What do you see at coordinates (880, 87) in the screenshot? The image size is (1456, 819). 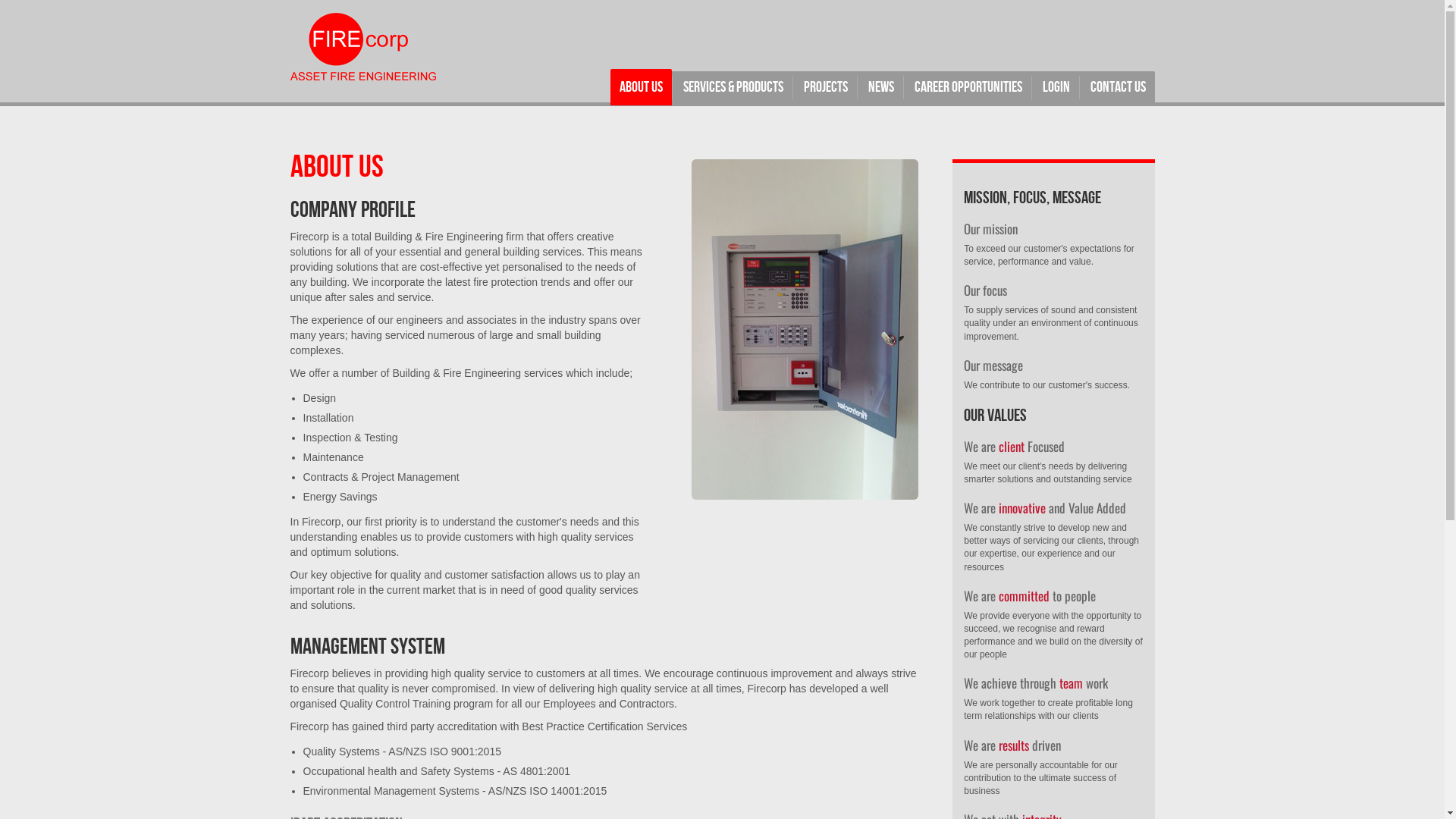 I see `'NEWS'` at bounding box center [880, 87].